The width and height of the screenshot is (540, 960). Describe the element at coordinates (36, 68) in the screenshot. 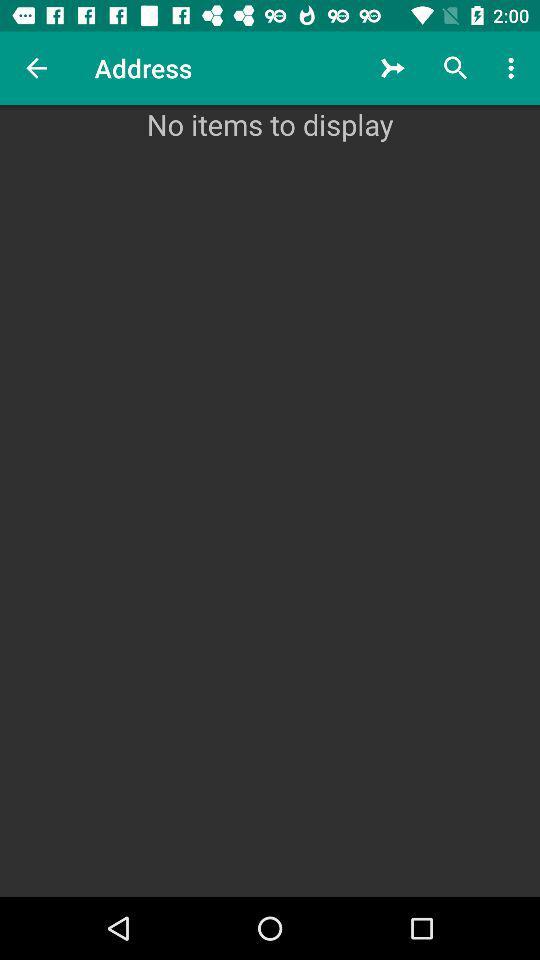

I see `item to the left of the address icon` at that location.